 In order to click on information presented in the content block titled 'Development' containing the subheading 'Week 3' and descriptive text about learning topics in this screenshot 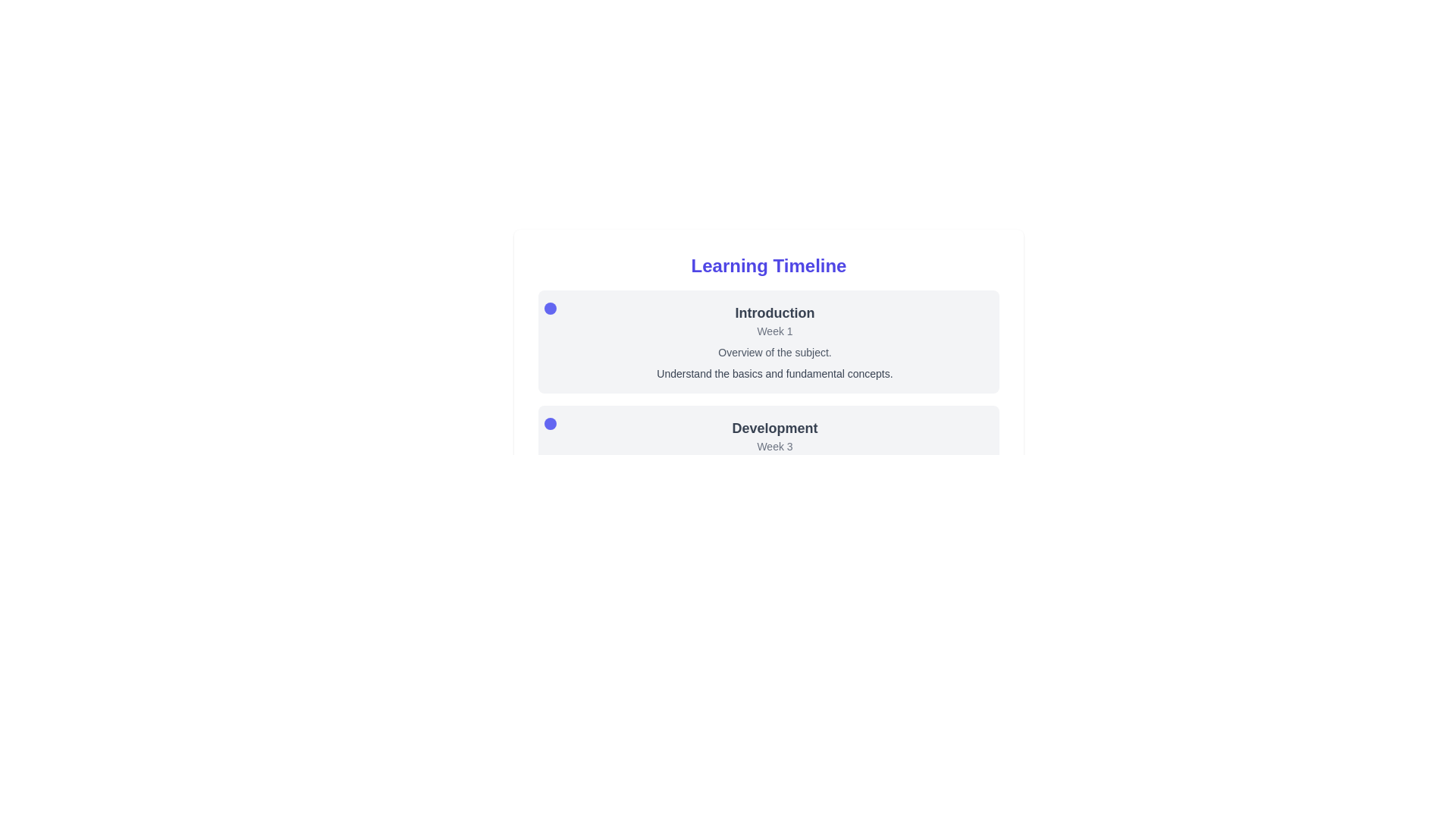, I will do `click(768, 456)`.